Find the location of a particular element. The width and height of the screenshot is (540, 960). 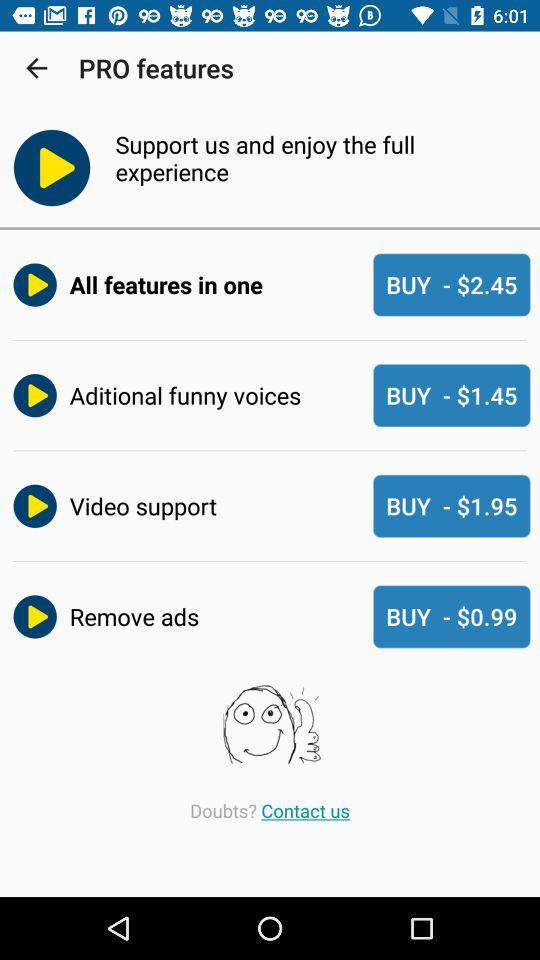

the play icon is located at coordinates (30, 284).